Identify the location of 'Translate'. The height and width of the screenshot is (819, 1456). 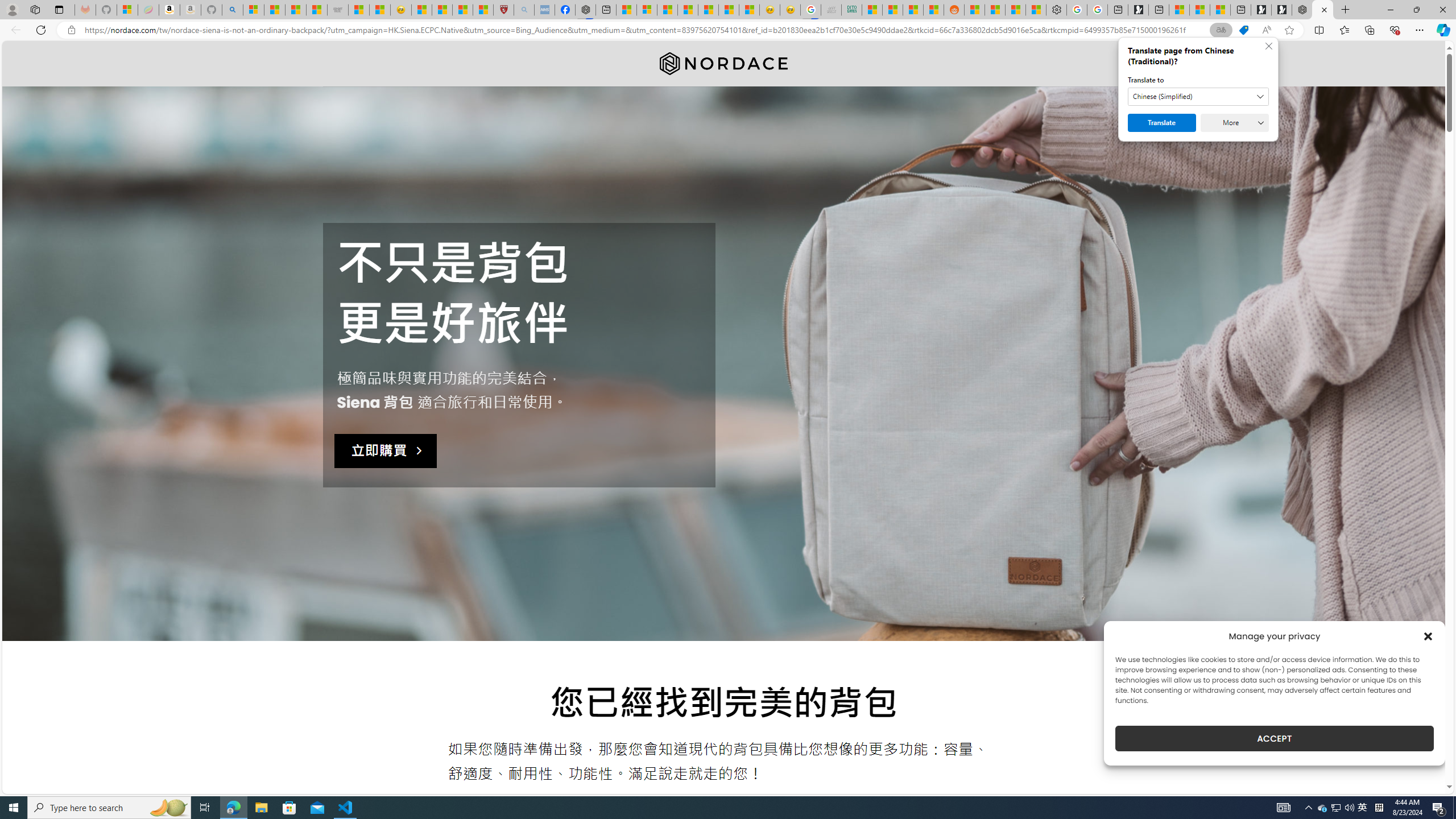
(1161, 122).